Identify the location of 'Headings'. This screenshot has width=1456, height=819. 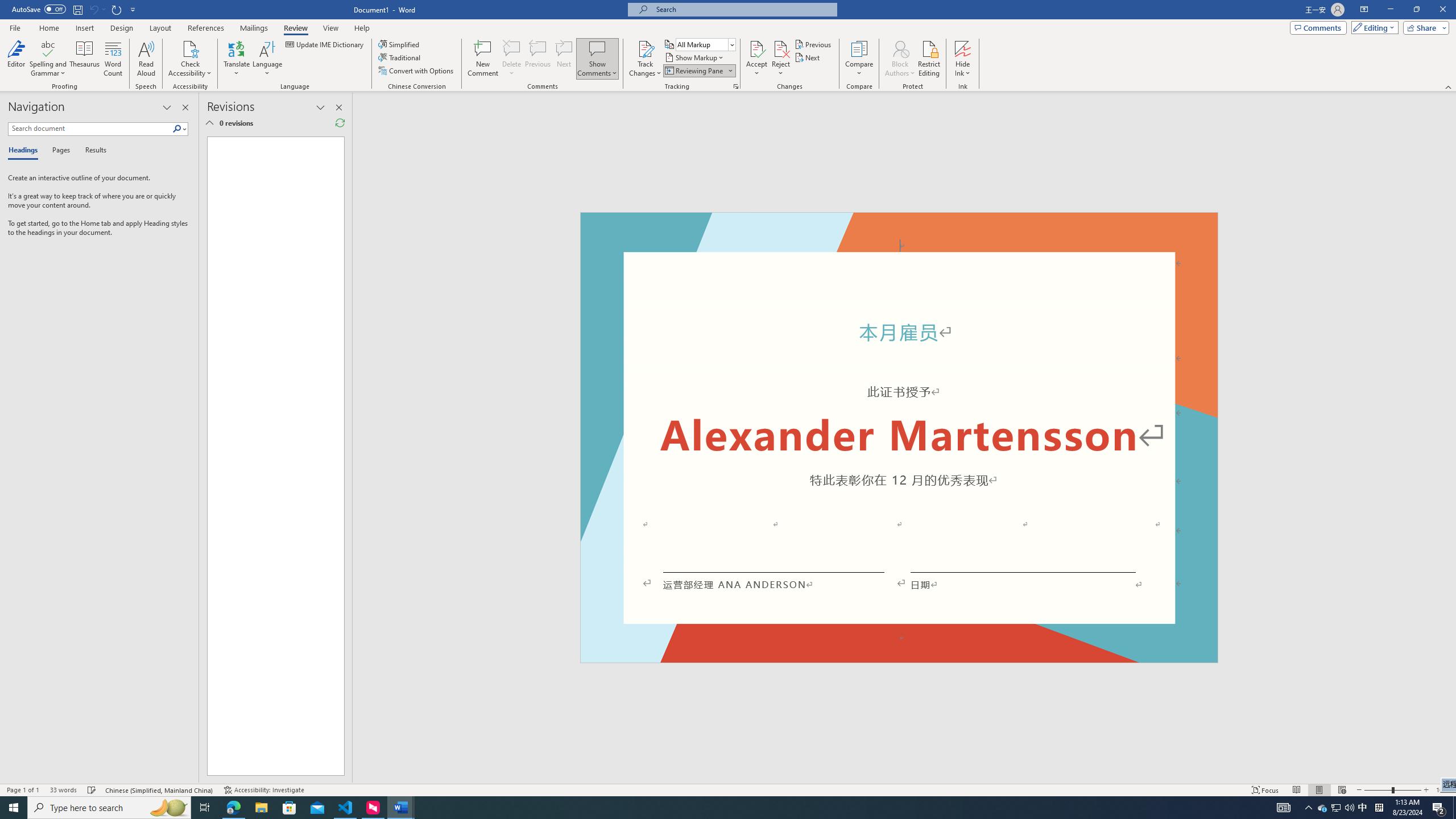
(25, 150).